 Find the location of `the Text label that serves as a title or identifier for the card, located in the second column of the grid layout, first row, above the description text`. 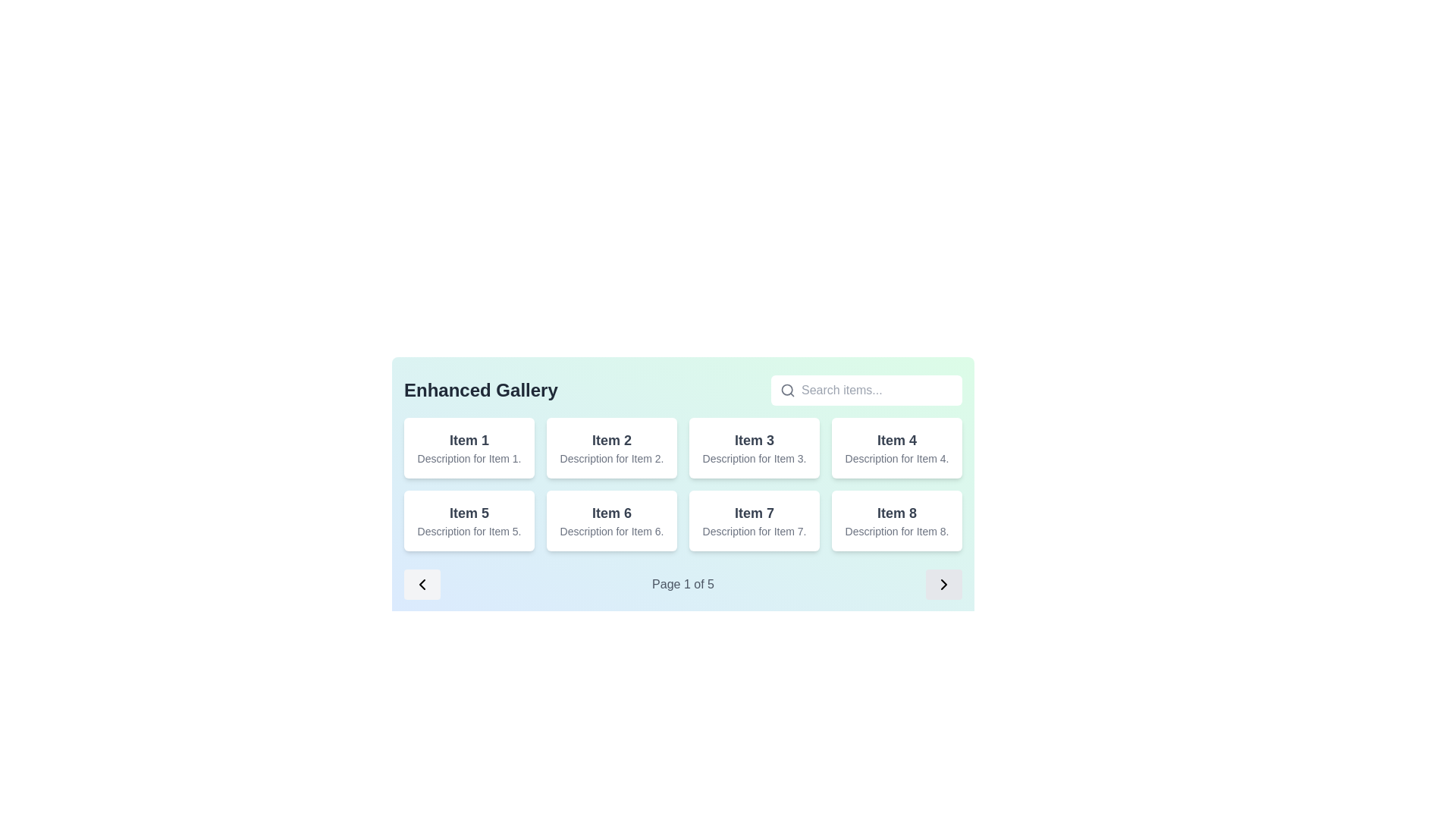

the Text label that serves as a title or identifier for the card, located in the second column of the grid layout, first row, above the description text is located at coordinates (611, 441).